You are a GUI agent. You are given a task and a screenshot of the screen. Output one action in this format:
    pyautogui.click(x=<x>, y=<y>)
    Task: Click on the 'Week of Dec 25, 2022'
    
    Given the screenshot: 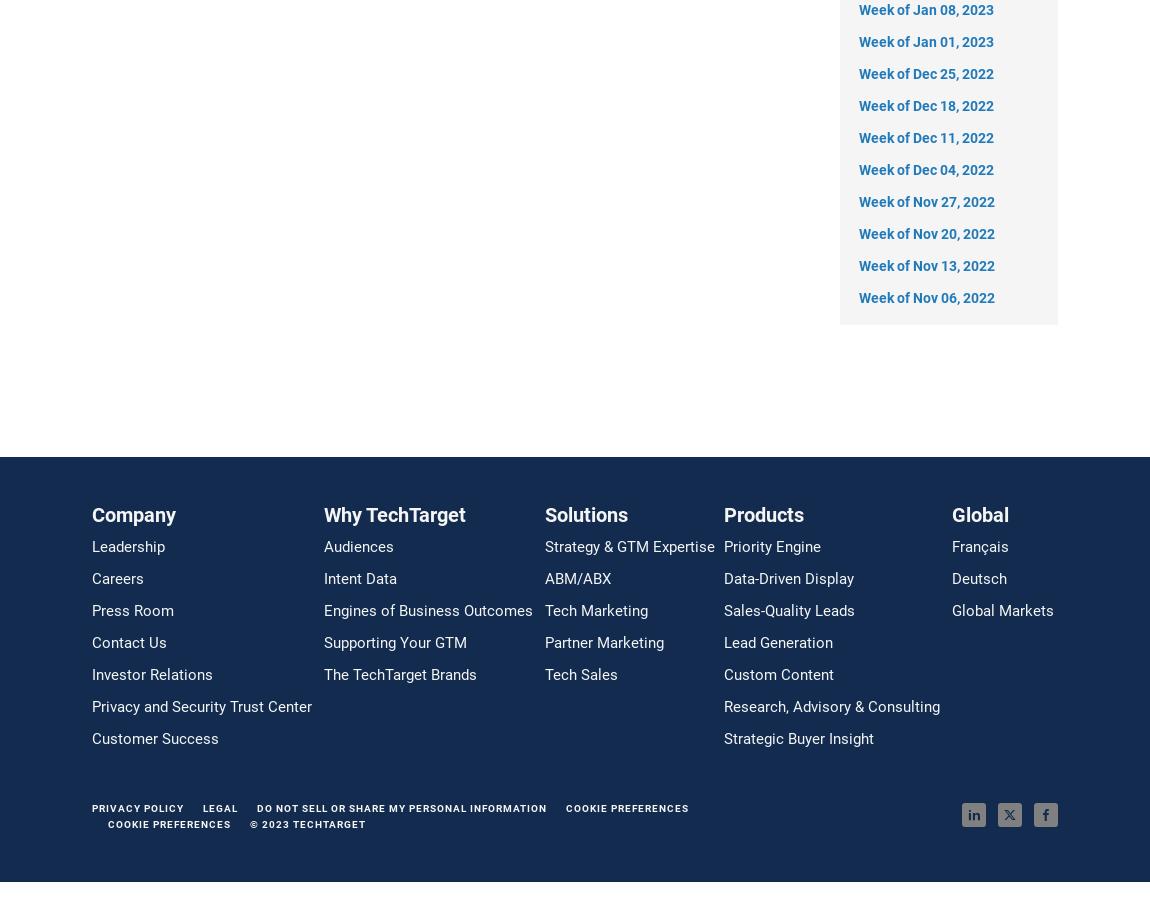 What is the action you would take?
    pyautogui.click(x=858, y=72)
    